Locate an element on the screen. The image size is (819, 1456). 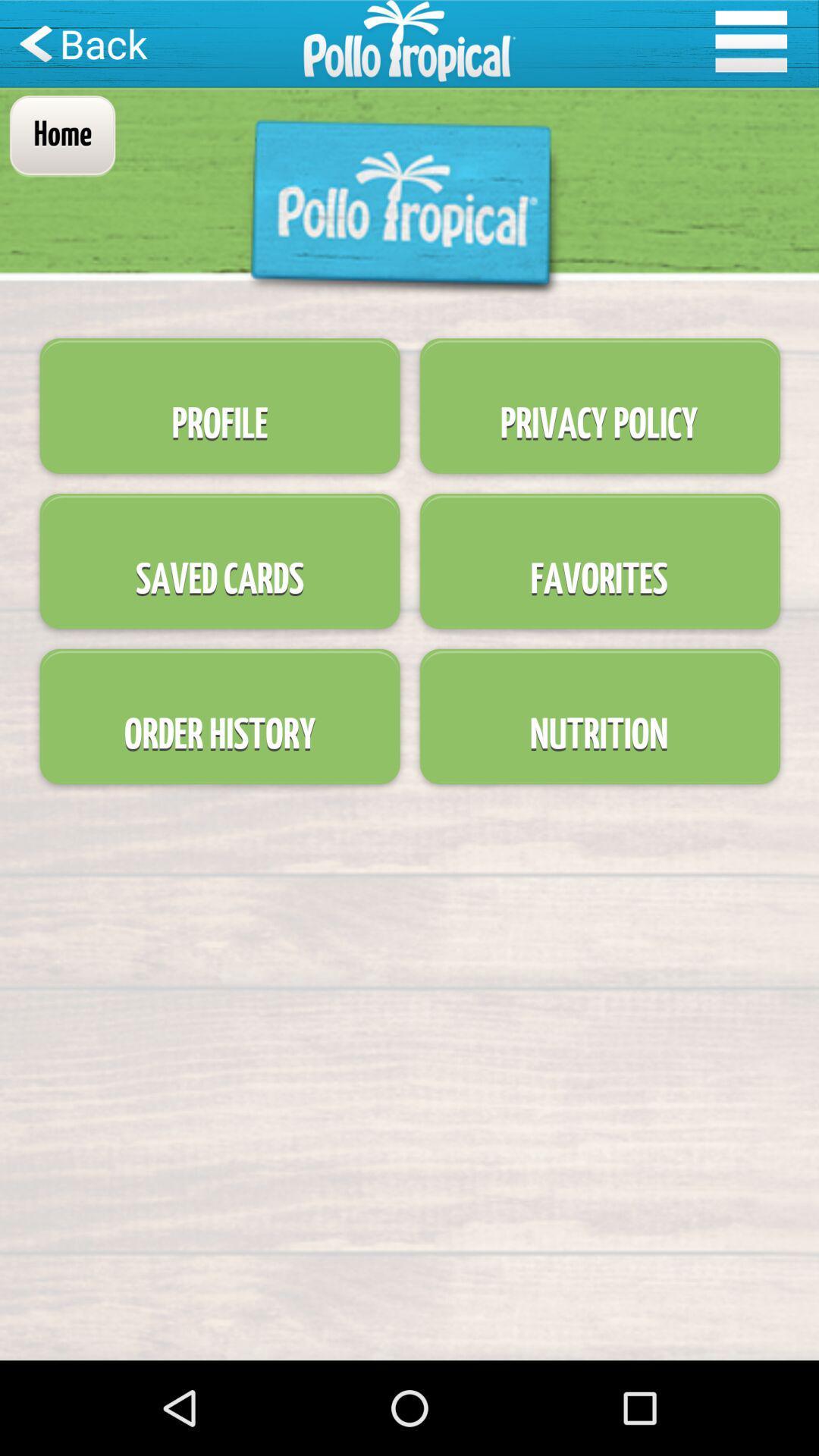
the menu icon is located at coordinates (751, 43).